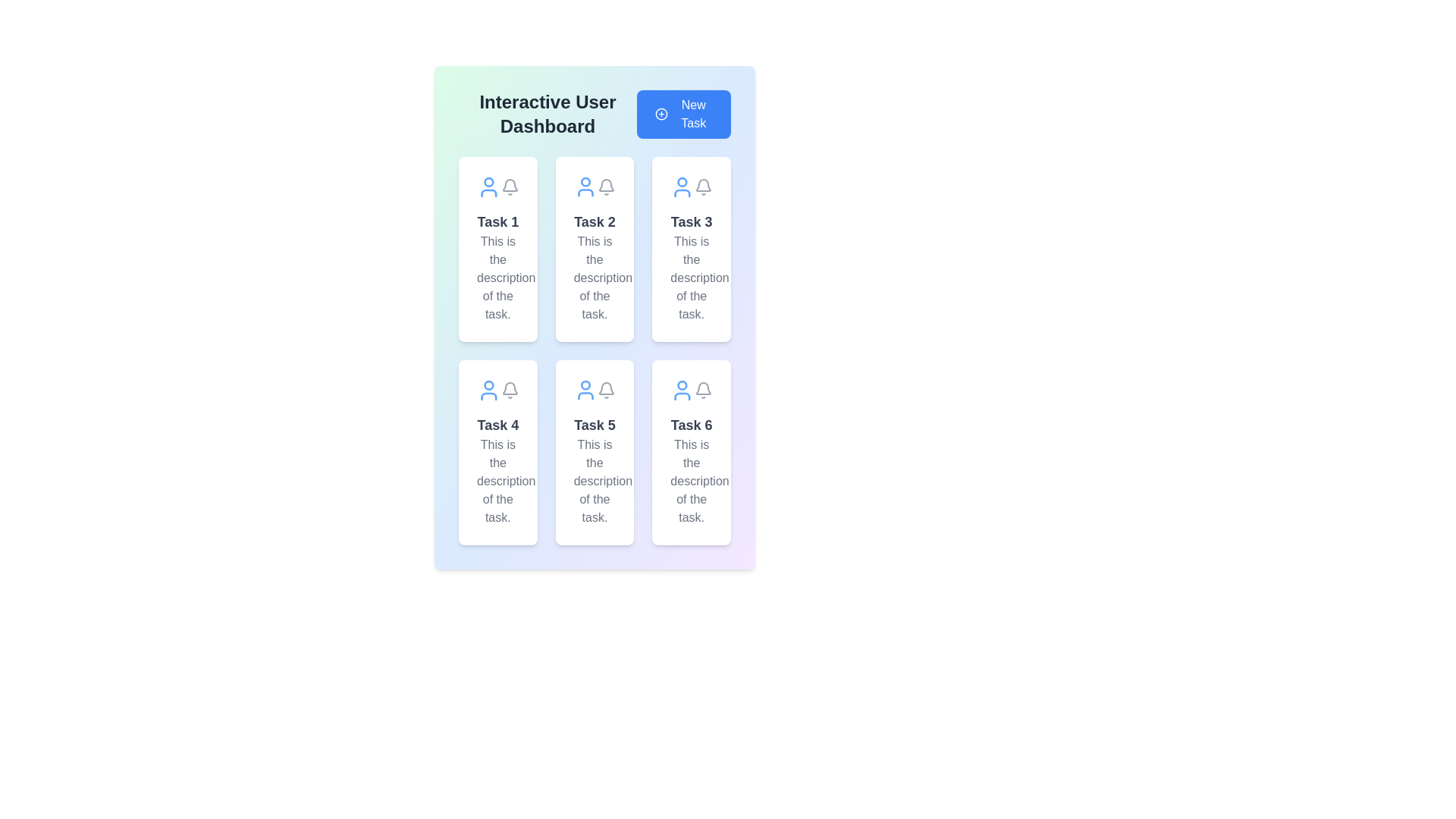  What do you see at coordinates (497, 482) in the screenshot?
I see `the gray-colored text block that reads 'This is the description of the task,' which is positioned below the title 'Task 4' in the card component of the grid layout` at bounding box center [497, 482].